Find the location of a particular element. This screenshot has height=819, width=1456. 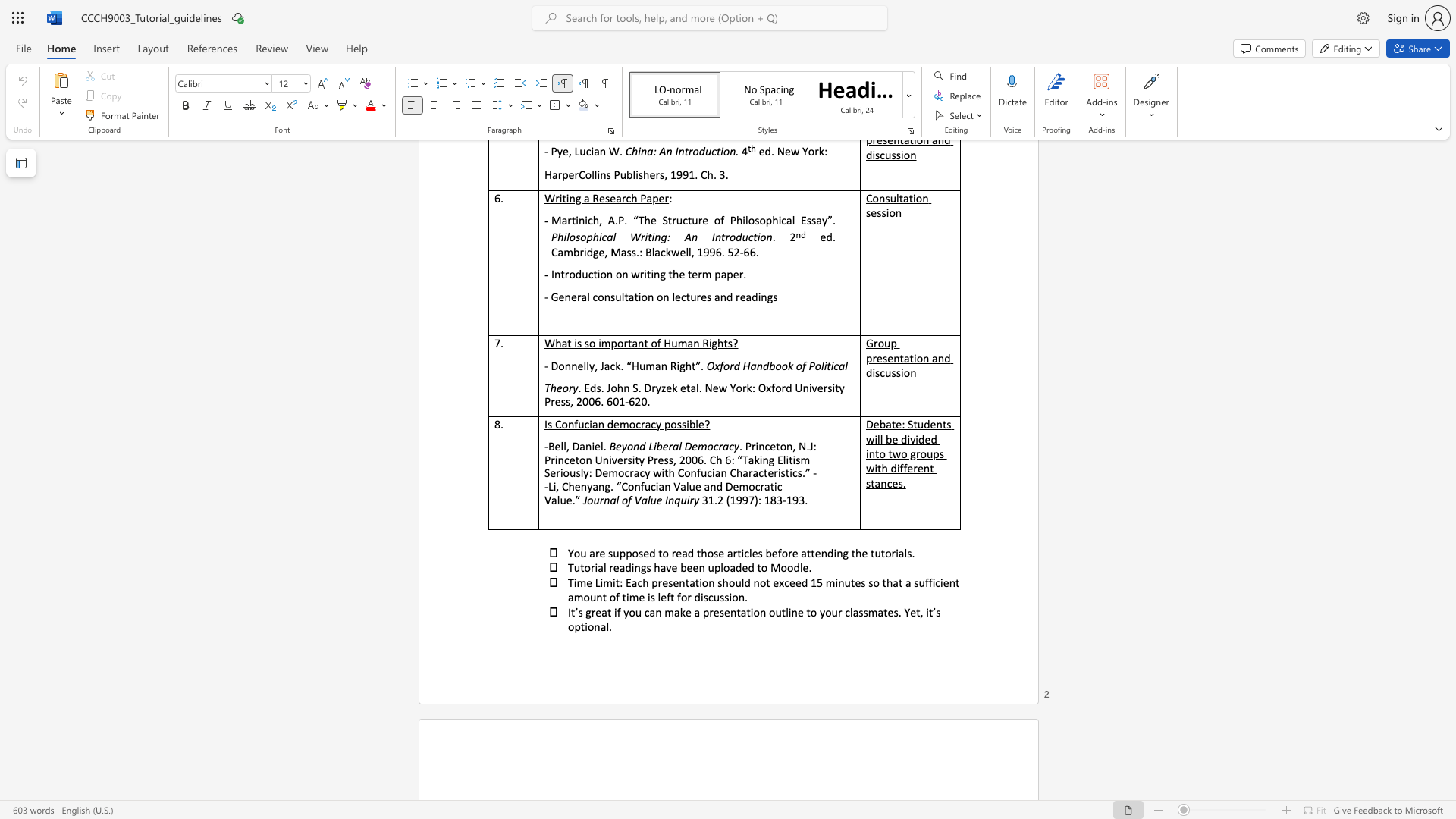

the subset text "tics.” --Li, Chenyang. “Confucian Value and Democratic Valu" within the text "Seriously: Democracy with Confucian Characteristics.” --Li, Chenyang. “Confucian Value and Democratic Value.”" is located at coordinates (785, 472).